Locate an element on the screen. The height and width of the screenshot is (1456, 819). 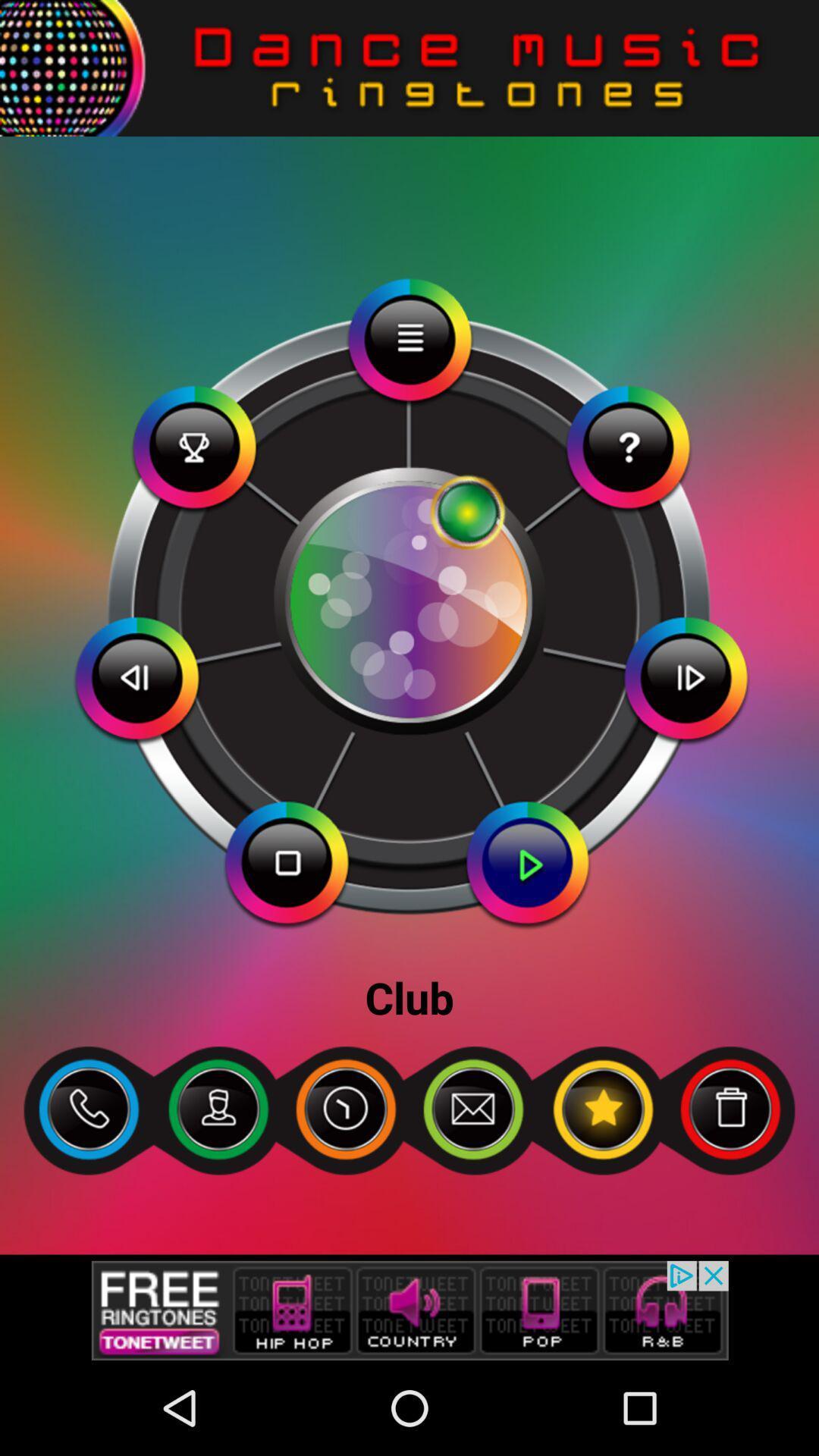
the call icon is located at coordinates (88, 1188).